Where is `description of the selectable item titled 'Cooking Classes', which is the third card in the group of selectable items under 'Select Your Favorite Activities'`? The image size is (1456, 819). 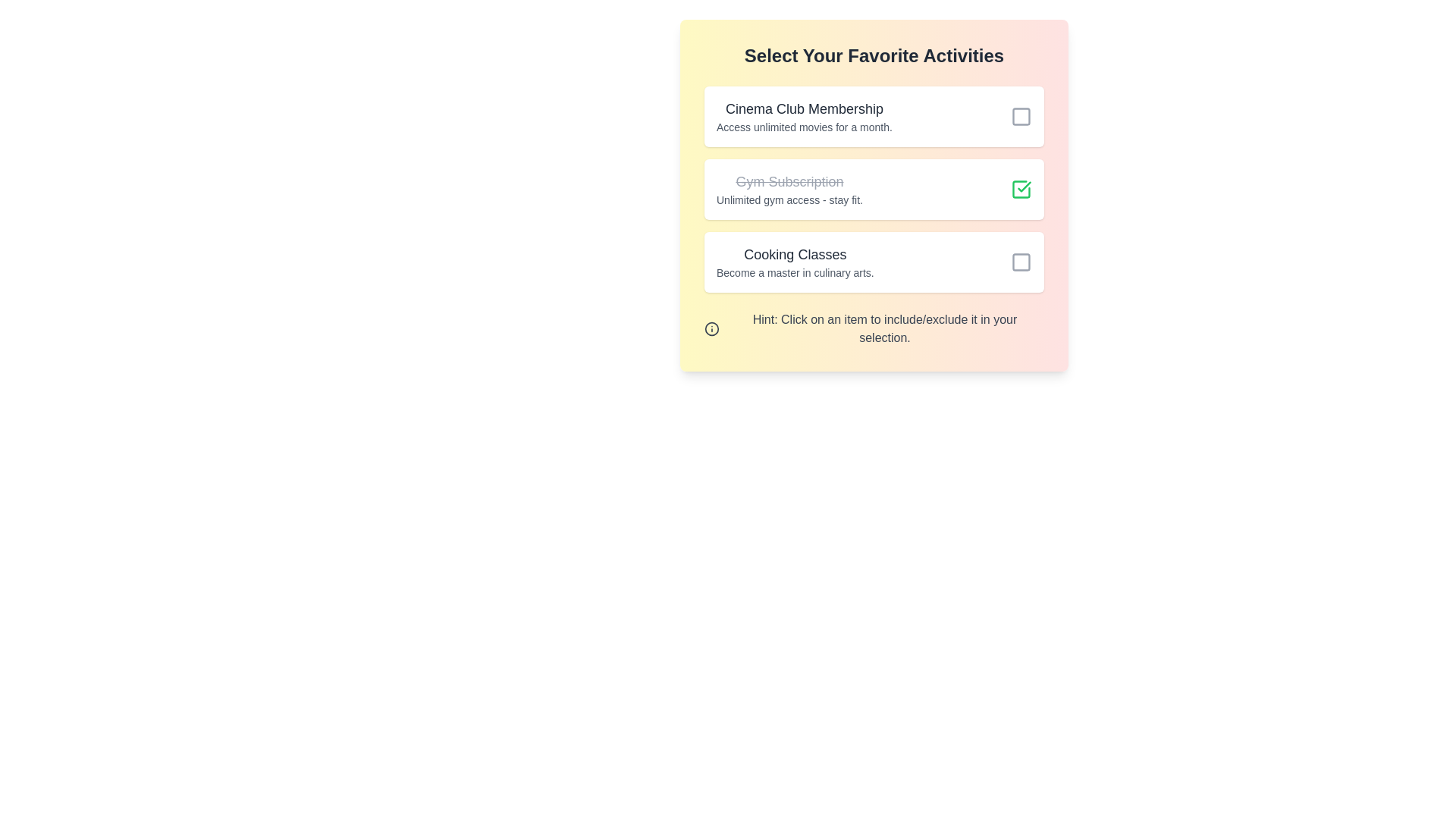 description of the selectable item titled 'Cooking Classes', which is the third card in the group of selectable items under 'Select Your Favorite Activities' is located at coordinates (874, 262).